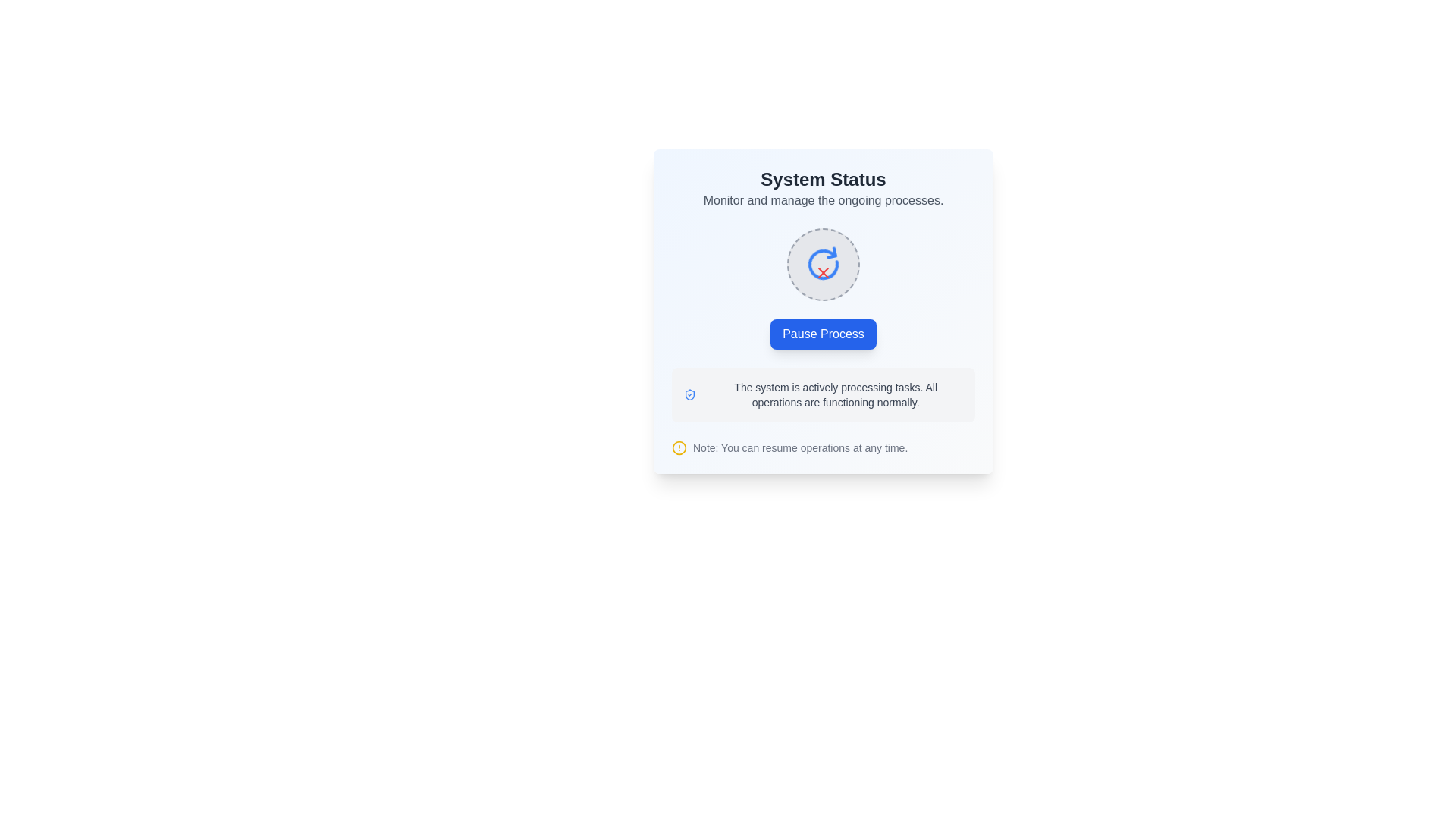 Image resolution: width=1456 pixels, height=819 pixels. What do you see at coordinates (679, 447) in the screenshot?
I see `the circular icon that visually denotes an important note or cautionary statement, located at the leftmost side of a horizontally-aligned group adjacent to the text 'Note: You can resume operations at any time.'` at bounding box center [679, 447].